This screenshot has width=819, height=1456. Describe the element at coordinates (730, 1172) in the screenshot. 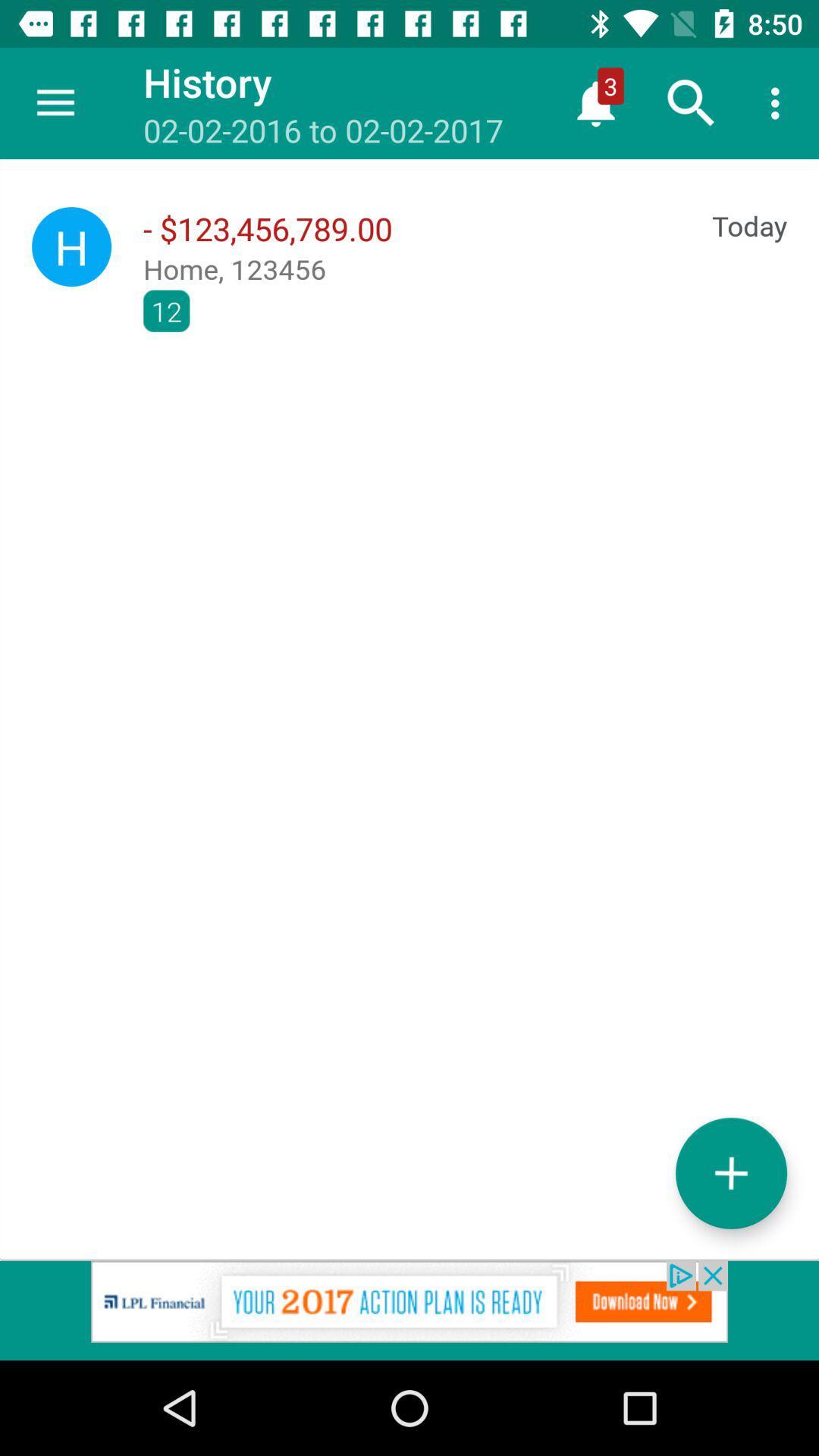

I see `incriment button` at that location.